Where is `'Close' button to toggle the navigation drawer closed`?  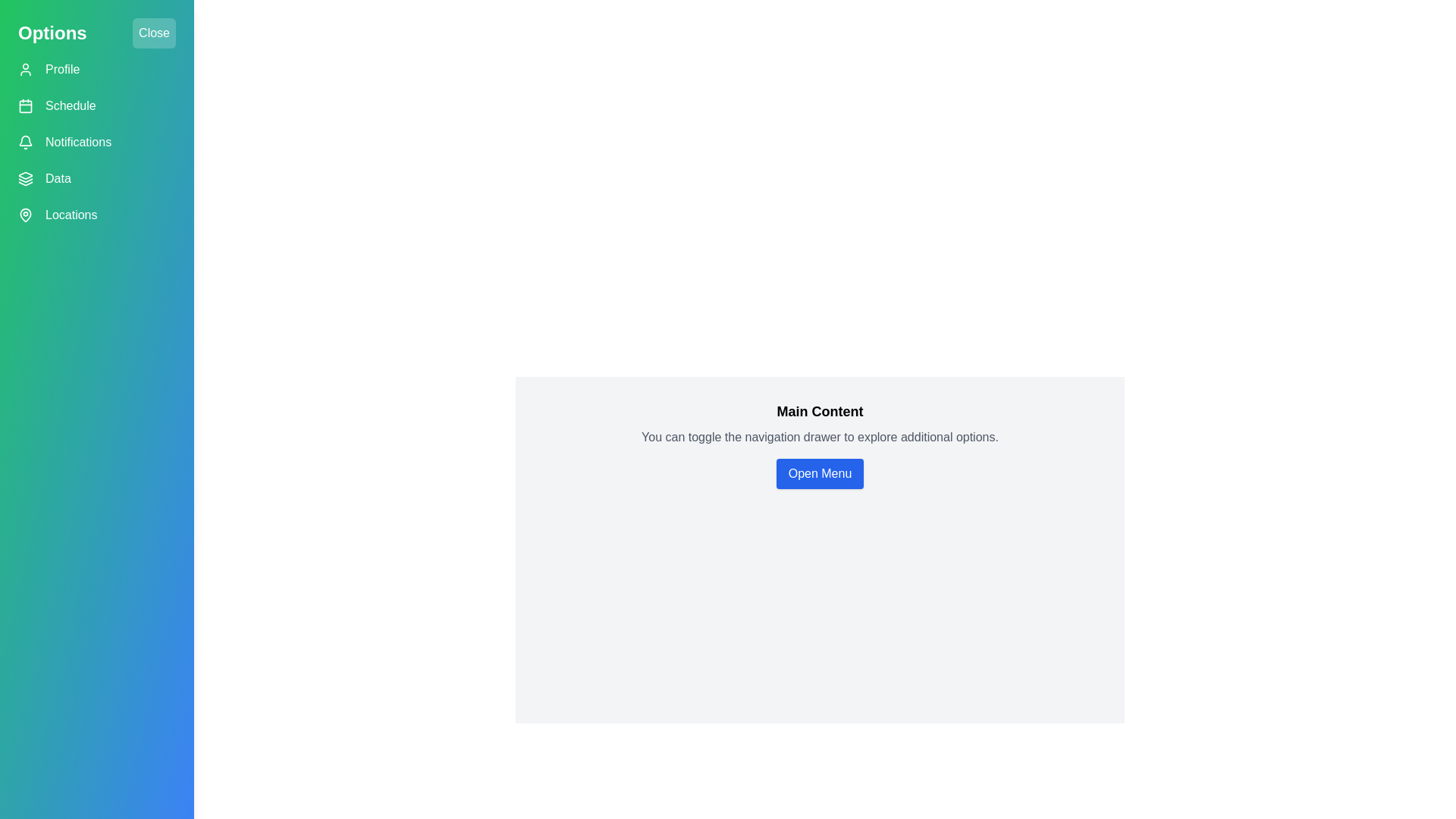 'Close' button to toggle the navigation drawer closed is located at coordinates (154, 33).